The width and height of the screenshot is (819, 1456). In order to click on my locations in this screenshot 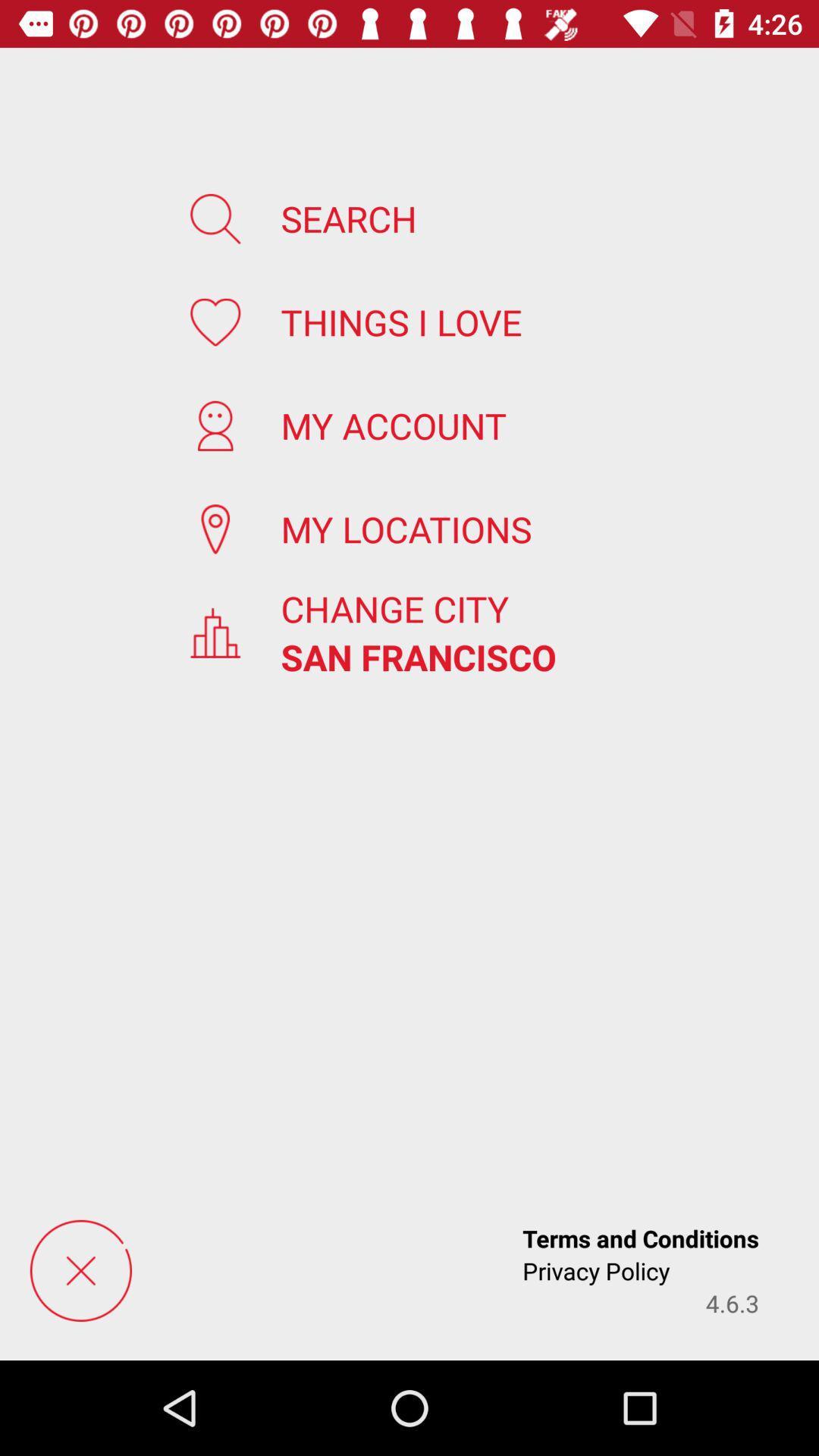, I will do `click(405, 529)`.